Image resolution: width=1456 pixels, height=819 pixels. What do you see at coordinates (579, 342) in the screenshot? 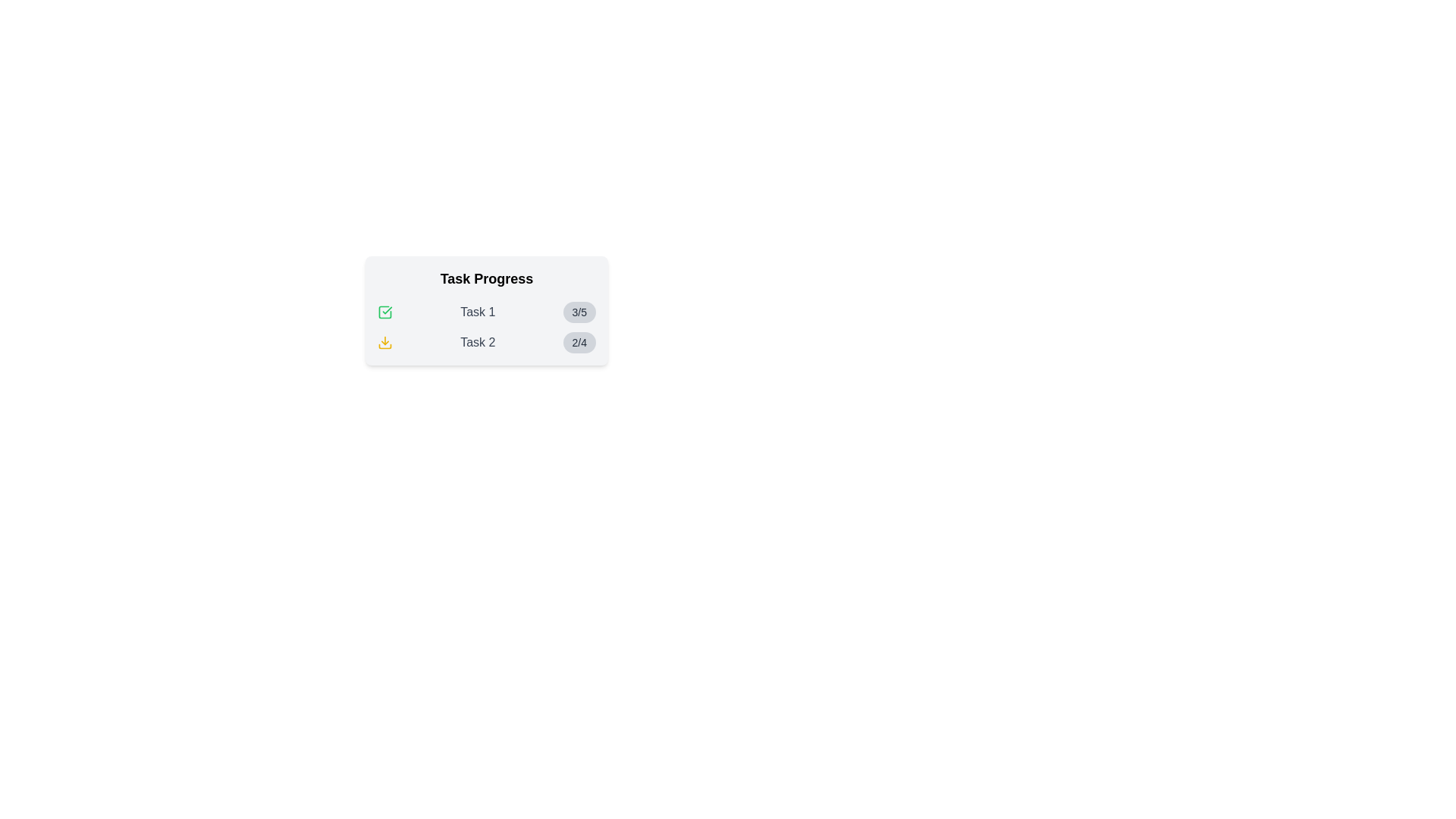
I see `the numeric progress indicator badge for 'Task 2', which displays the progress in a fraction format and is located at the right end of its row` at bounding box center [579, 342].